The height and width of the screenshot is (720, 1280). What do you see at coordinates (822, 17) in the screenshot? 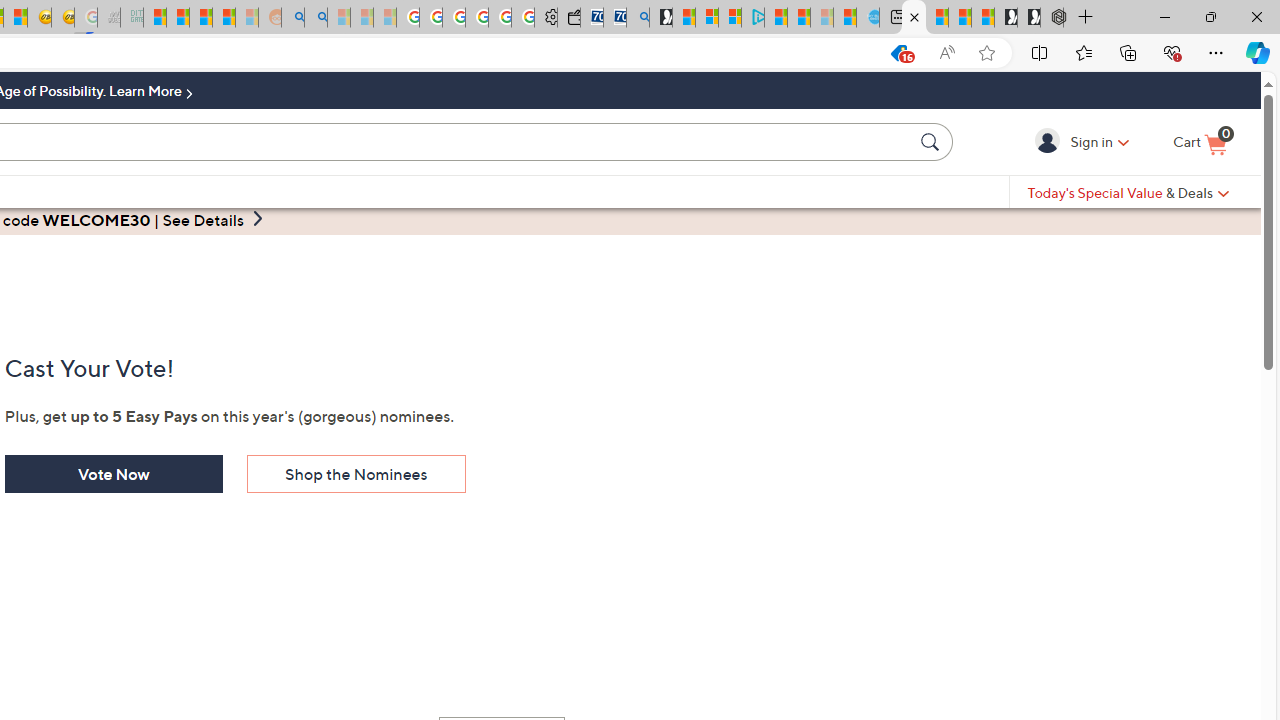
I see `'Microsoft Start - Sleeping'` at bounding box center [822, 17].